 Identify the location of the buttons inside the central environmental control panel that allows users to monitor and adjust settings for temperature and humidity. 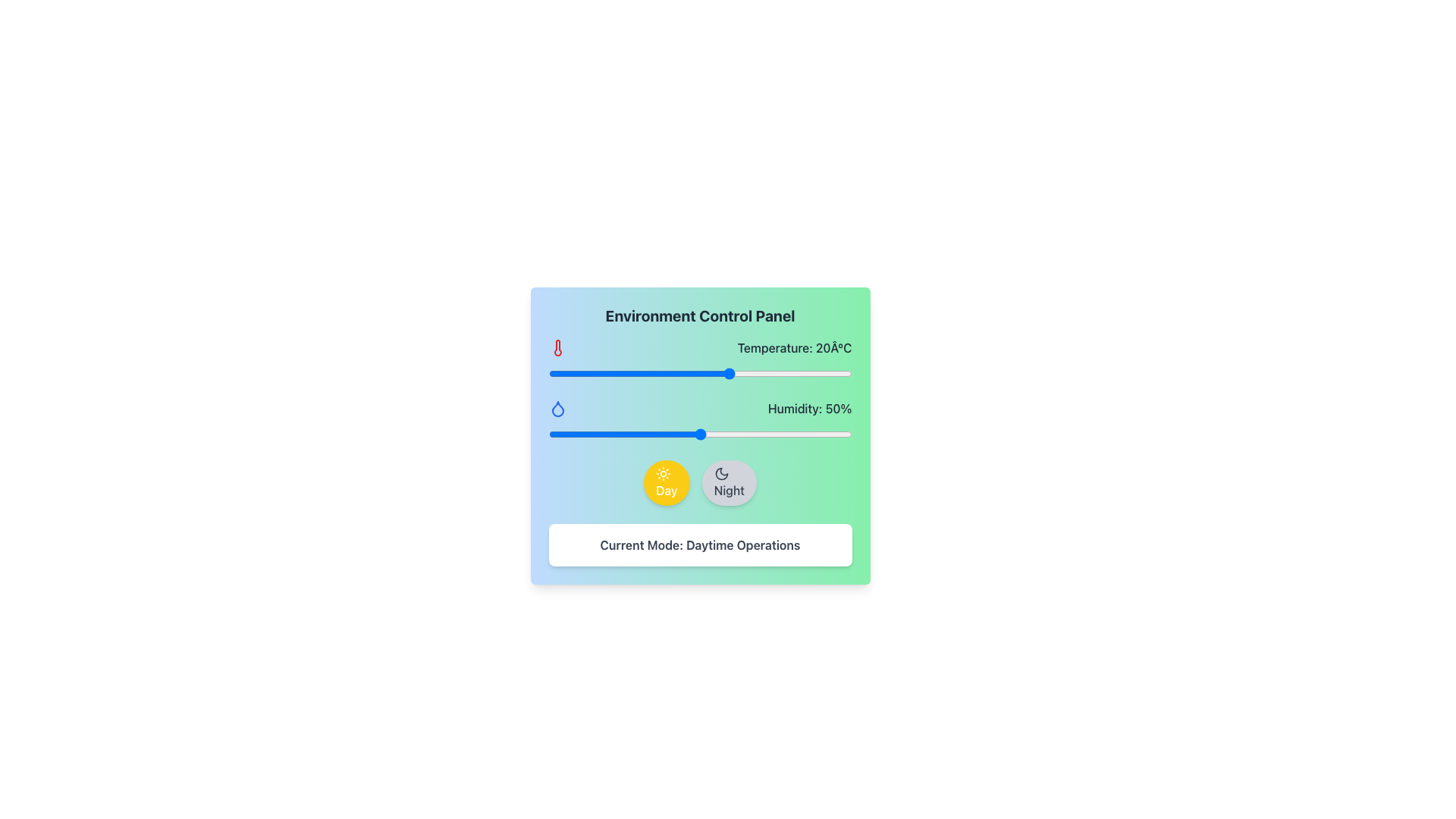
(699, 435).